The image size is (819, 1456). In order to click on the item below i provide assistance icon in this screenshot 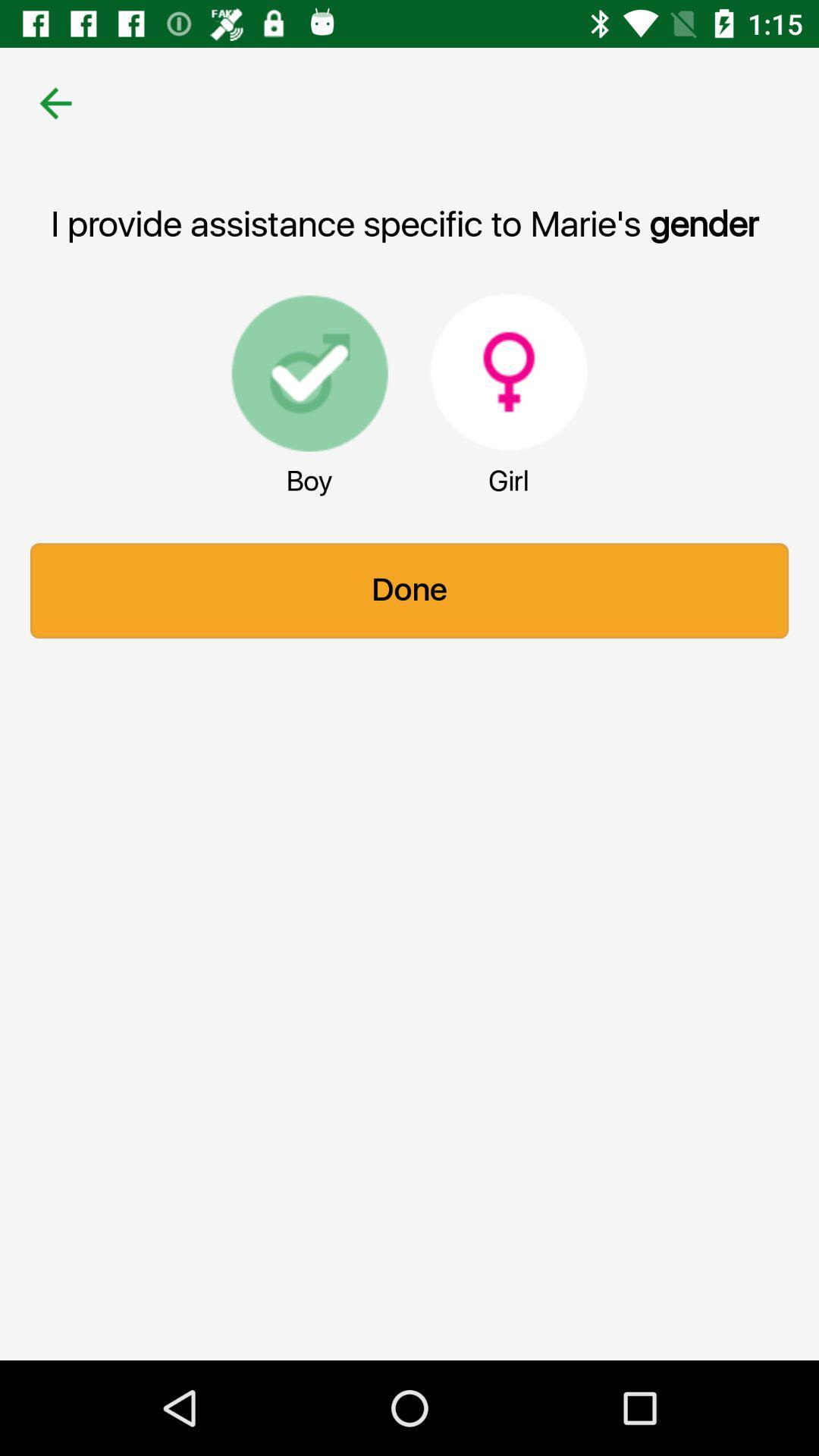, I will do `click(509, 372)`.